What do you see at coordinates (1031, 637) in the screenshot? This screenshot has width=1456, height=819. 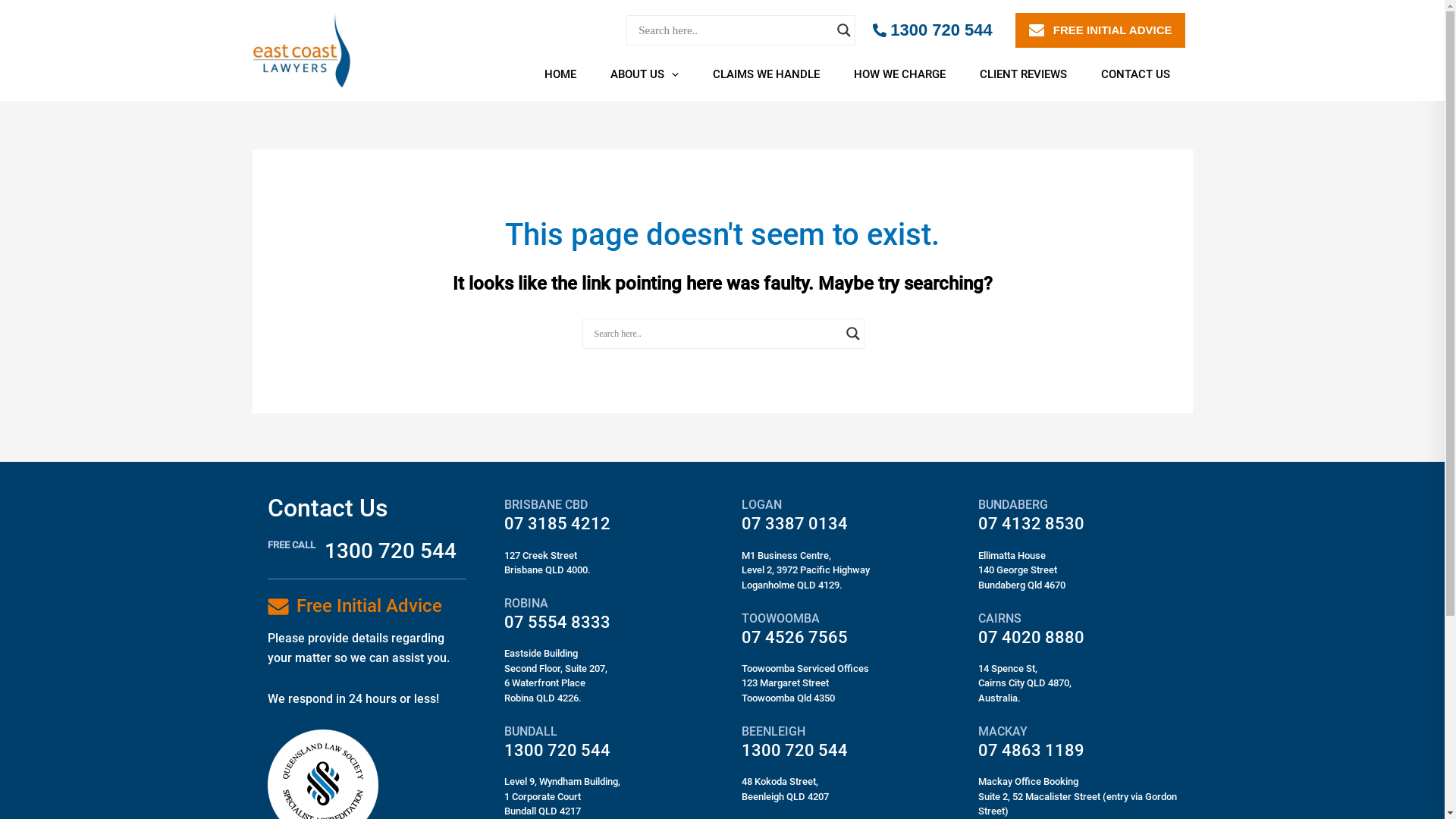 I see `'07 4020 8880'` at bounding box center [1031, 637].